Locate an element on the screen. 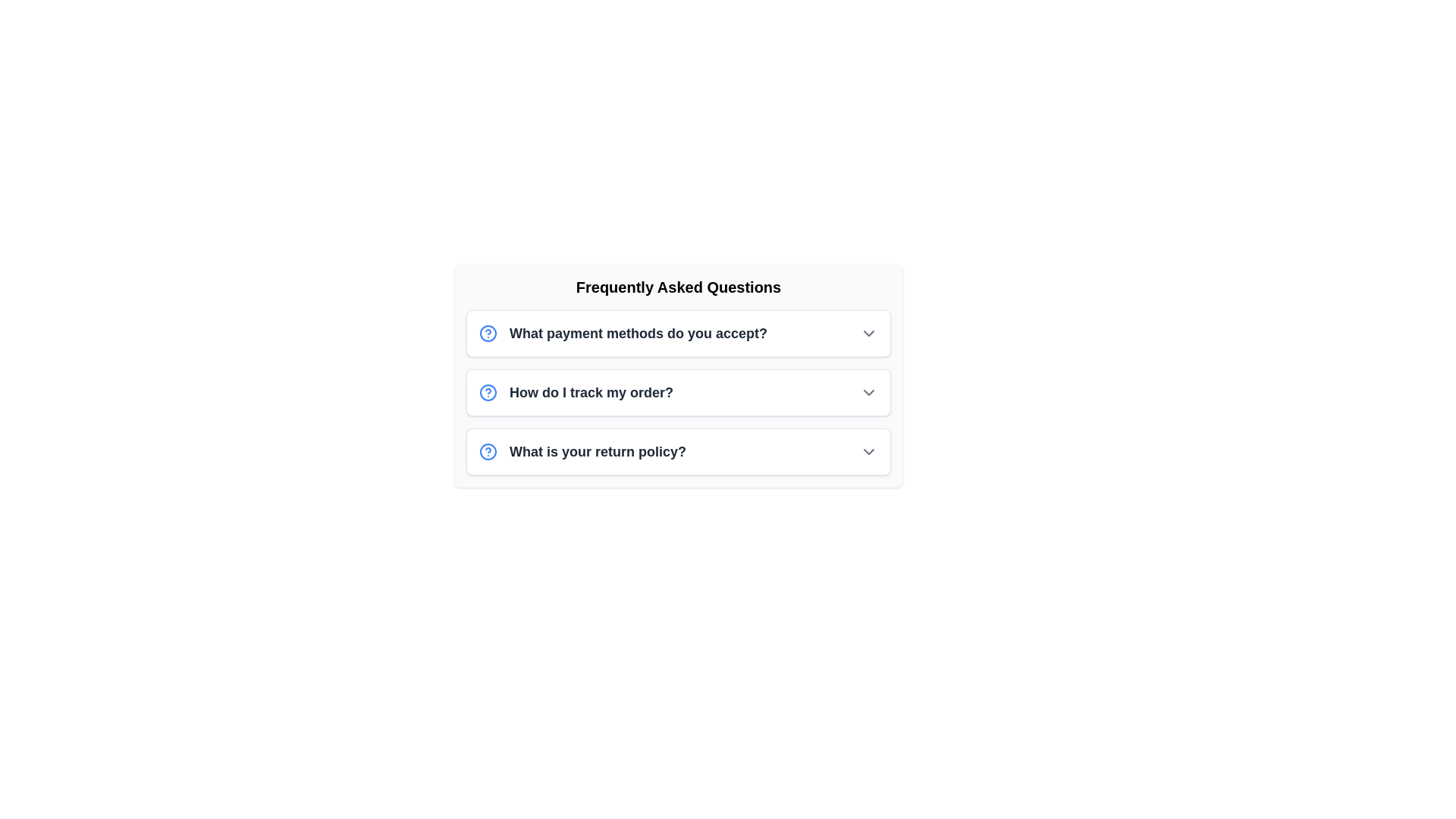 The width and height of the screenshot is (1456, 819). the help icon related to the question 'What payment methods do you accept?', which is positioned to the far left of the corresponding text label is located at coordinates (488, 332).